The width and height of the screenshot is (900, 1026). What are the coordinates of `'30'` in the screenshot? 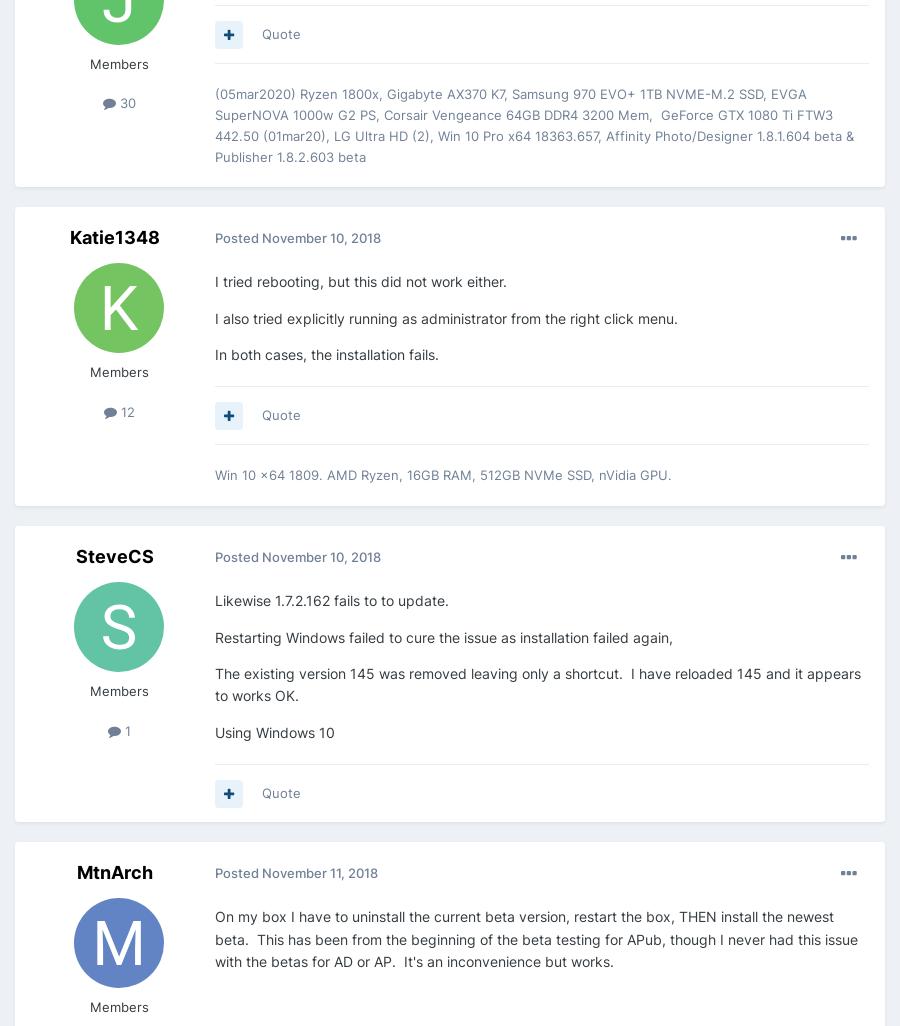 It's located at (125, 103).